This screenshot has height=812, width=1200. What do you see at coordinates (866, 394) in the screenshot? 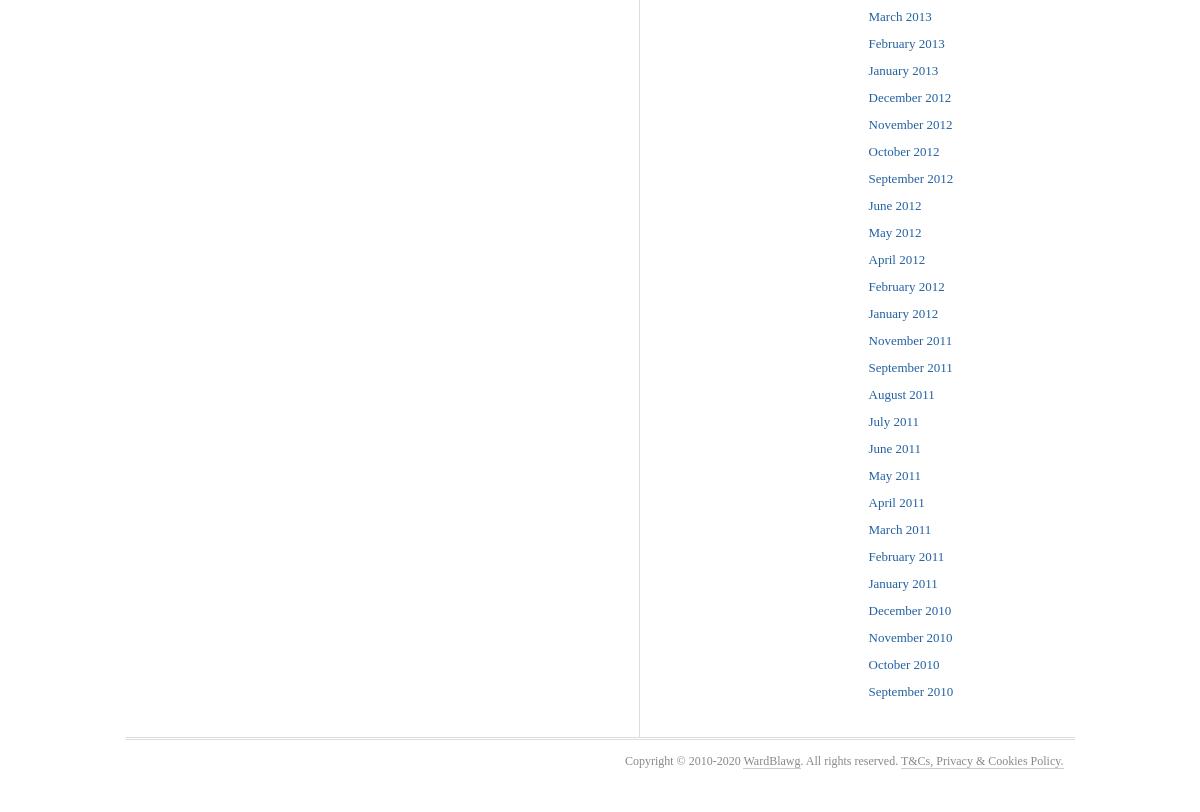
I see `'August 2011'` at bounding box center [866, 394].